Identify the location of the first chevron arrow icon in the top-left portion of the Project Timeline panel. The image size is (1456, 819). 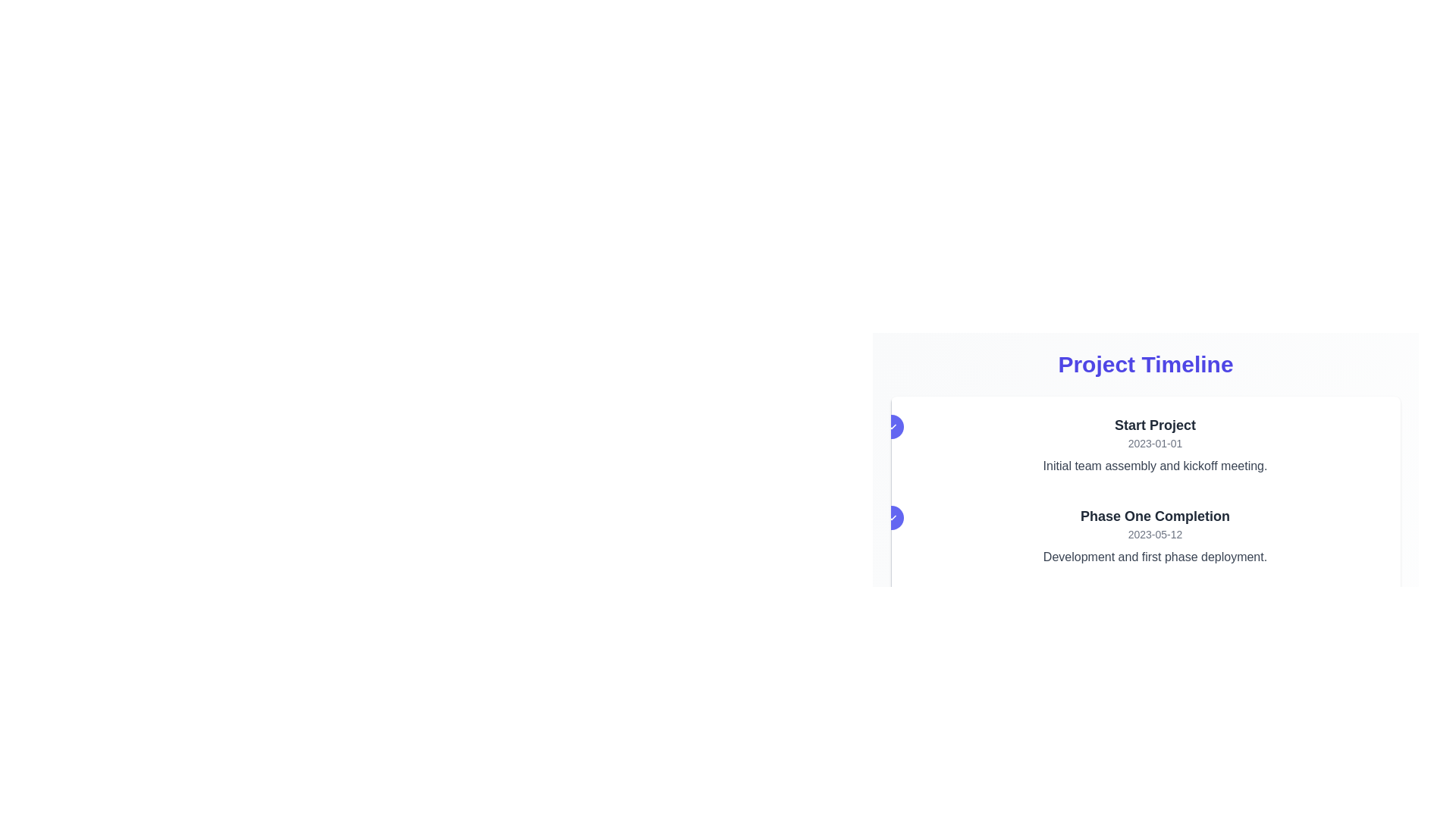
(892, 427).